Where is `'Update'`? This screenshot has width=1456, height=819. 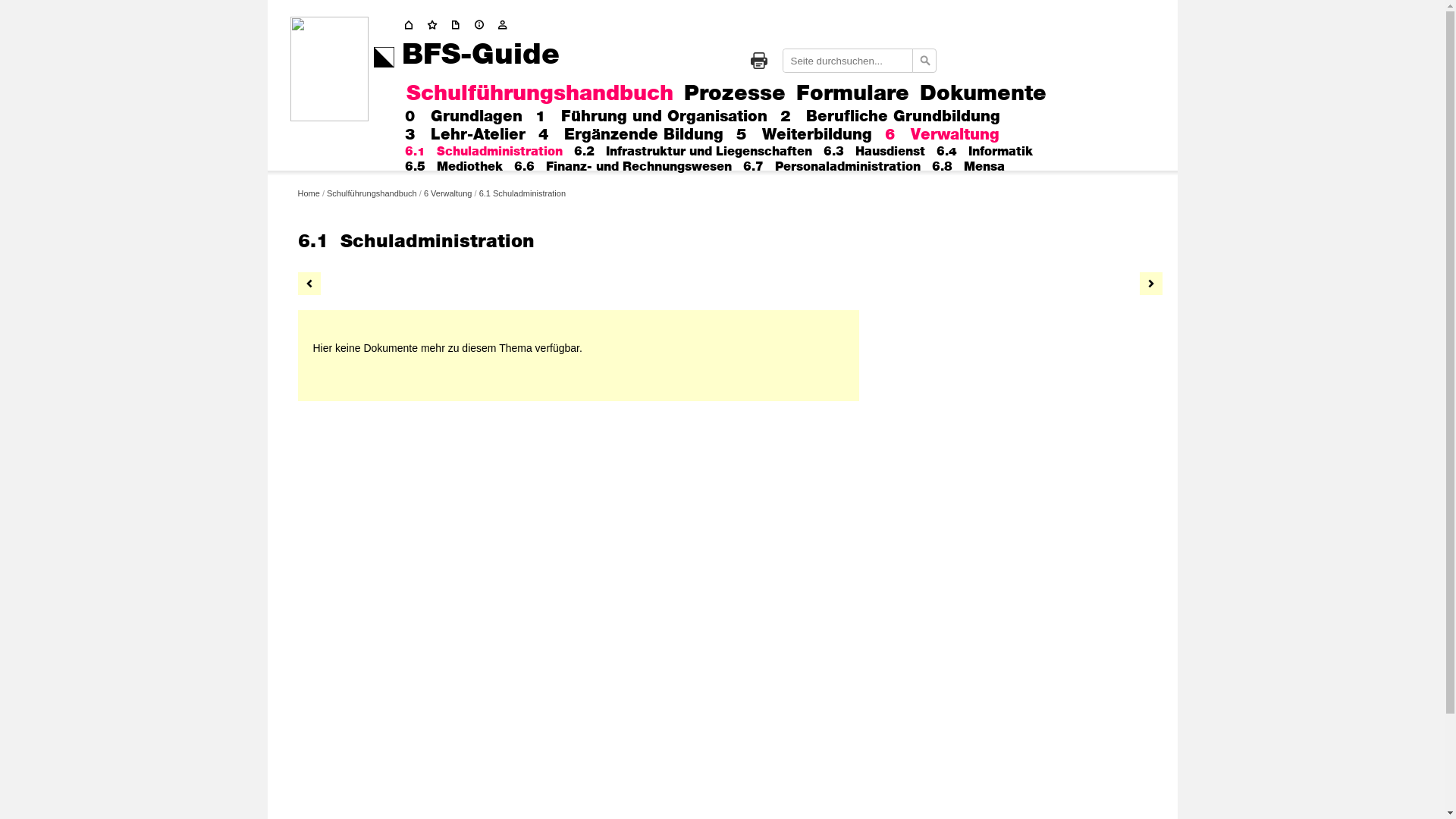
'Update' is located at coordinates (457, 25).